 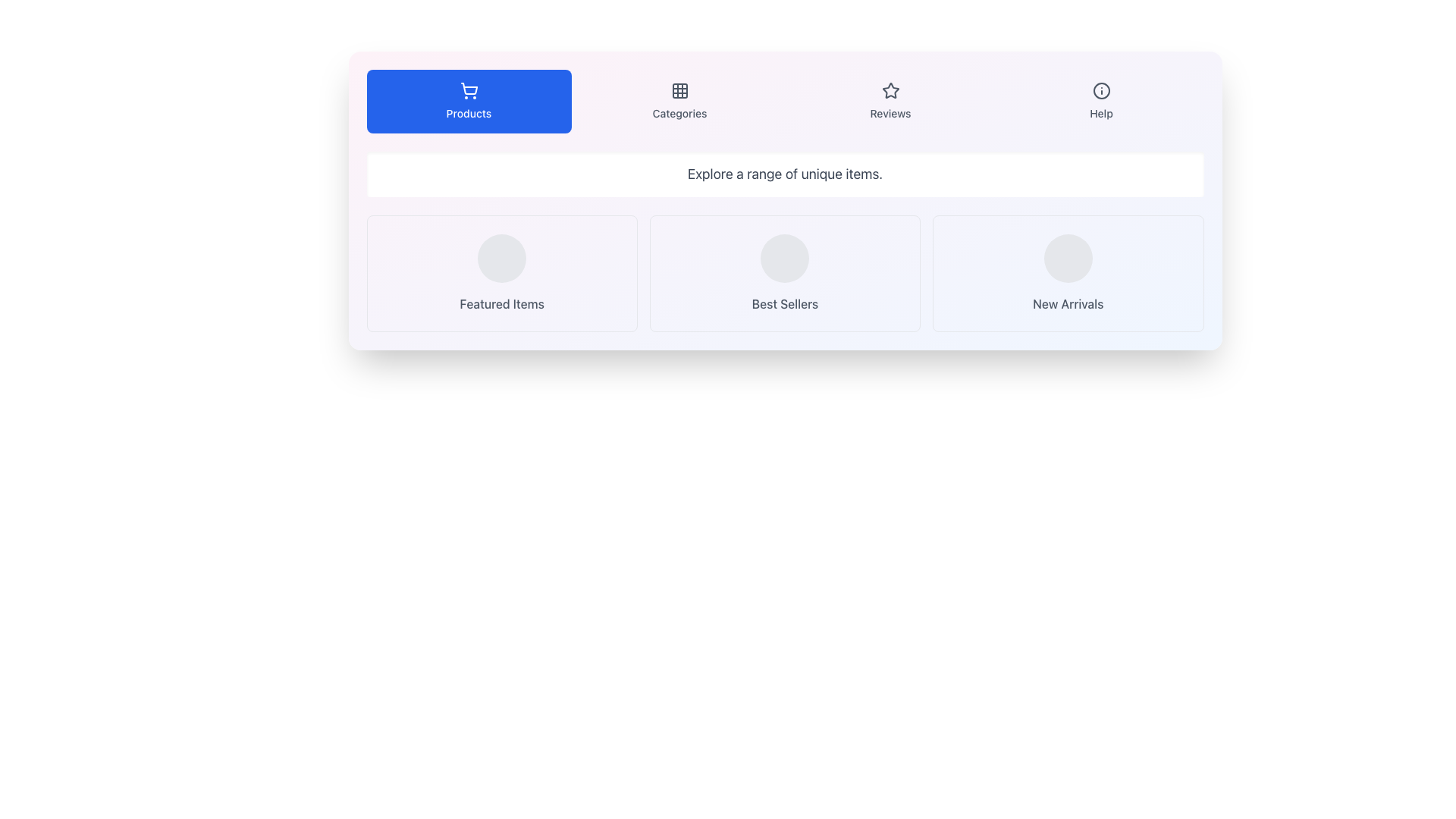 I want to click on the button labeled 'Reviews' which features a star icon above the text, located in the horizontal navigation bar, so click(x=890, y=102).